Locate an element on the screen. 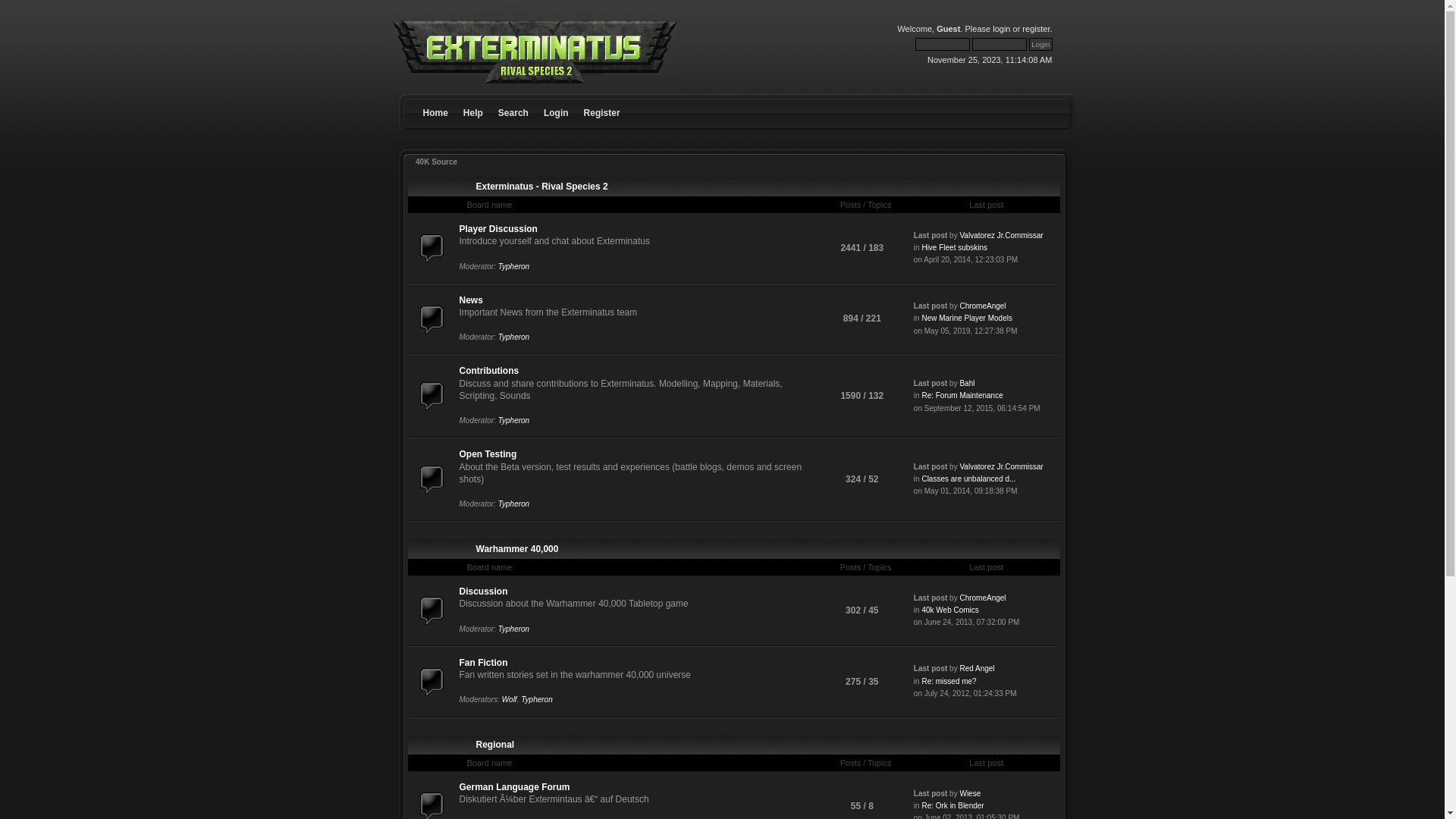 The height and width of the screenshot is (819, 1456). 'Re: Forum Maintenance' is located at coordinates (920, 394).